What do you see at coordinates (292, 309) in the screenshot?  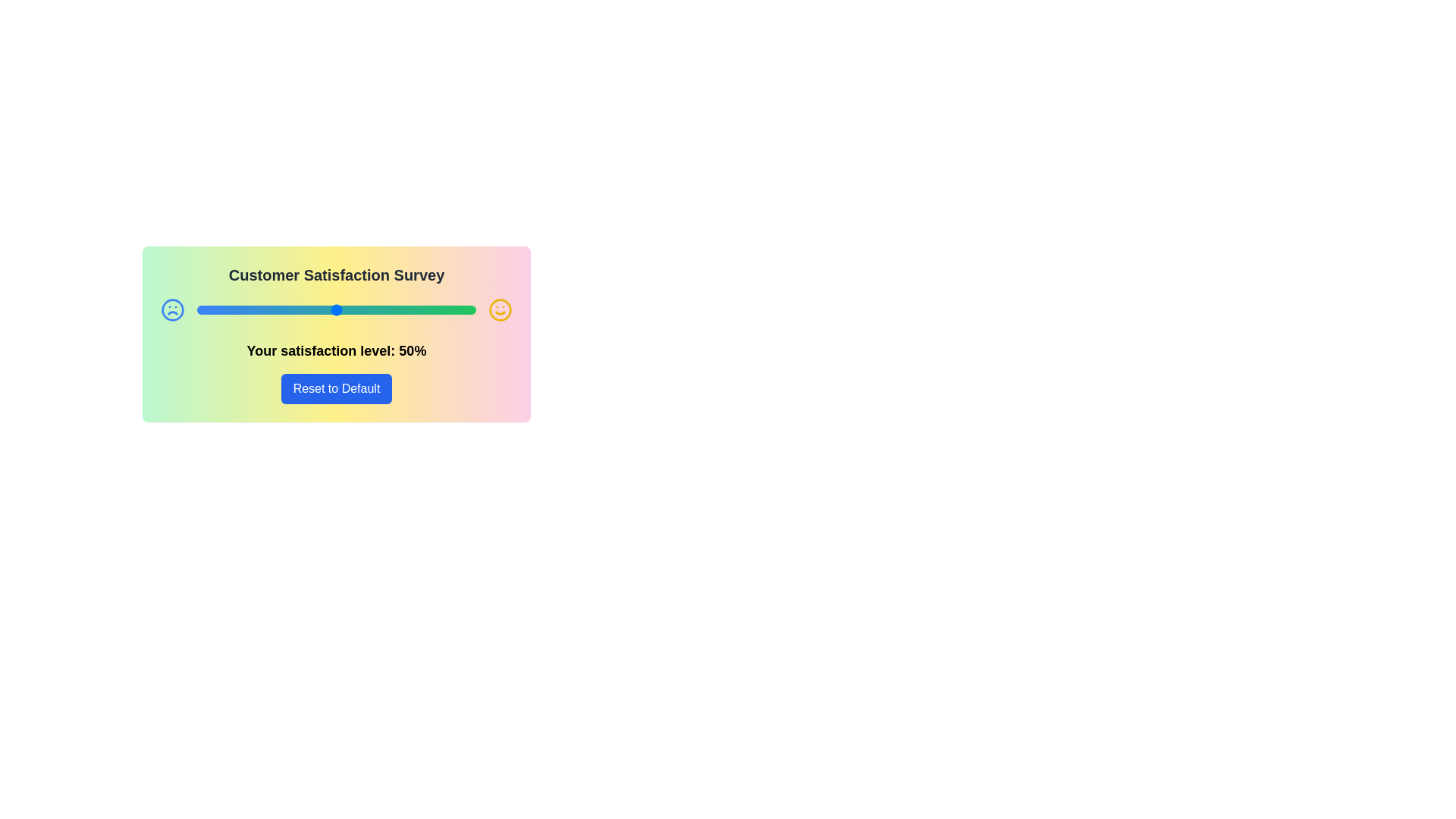 I see `the satisfaction slider to set the satisfaction level to 34` at bounding box center [292, 309].